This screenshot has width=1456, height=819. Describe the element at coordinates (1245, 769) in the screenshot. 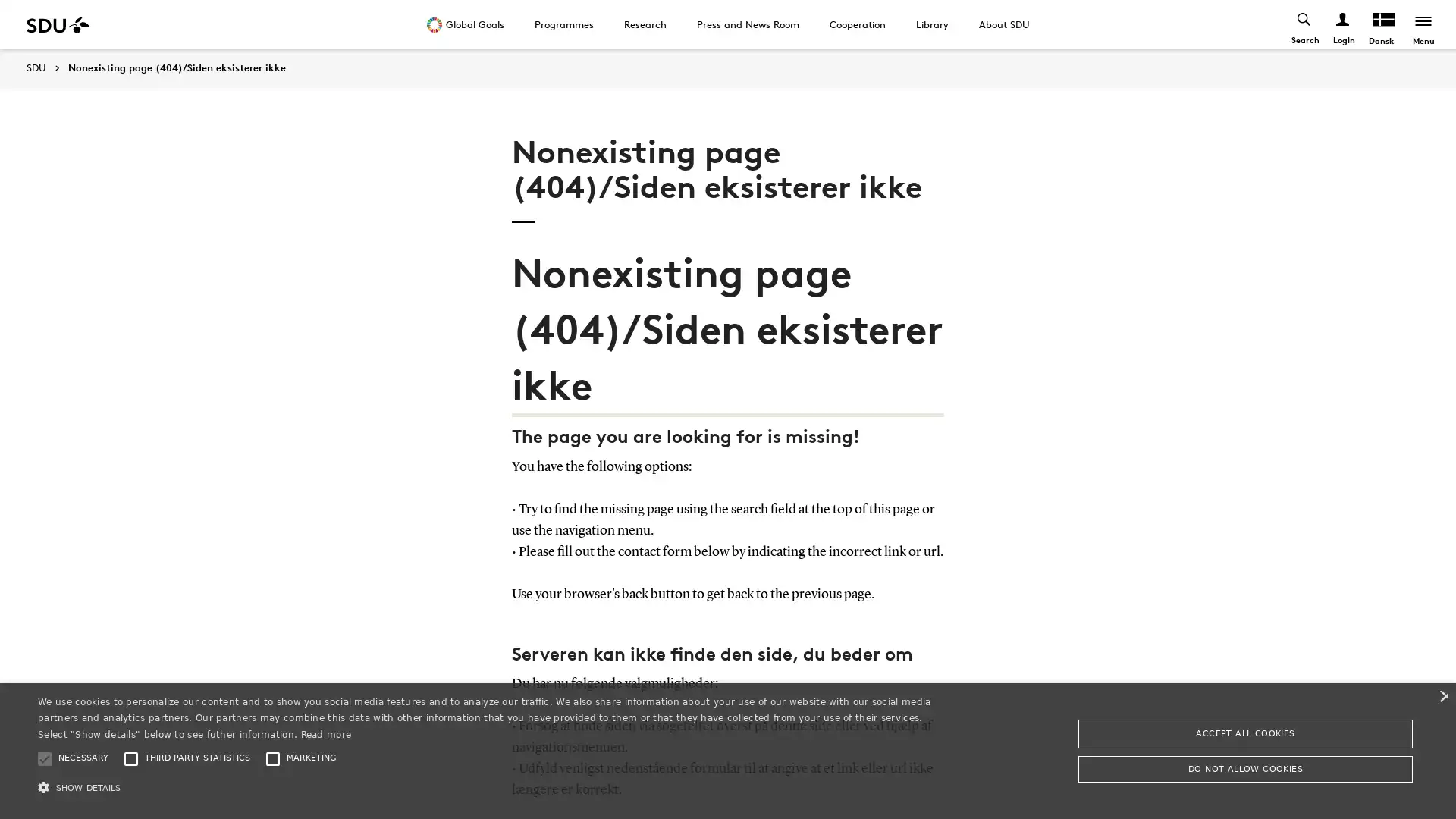

I see `DO NOT ALLOW COOKIES` at that location.